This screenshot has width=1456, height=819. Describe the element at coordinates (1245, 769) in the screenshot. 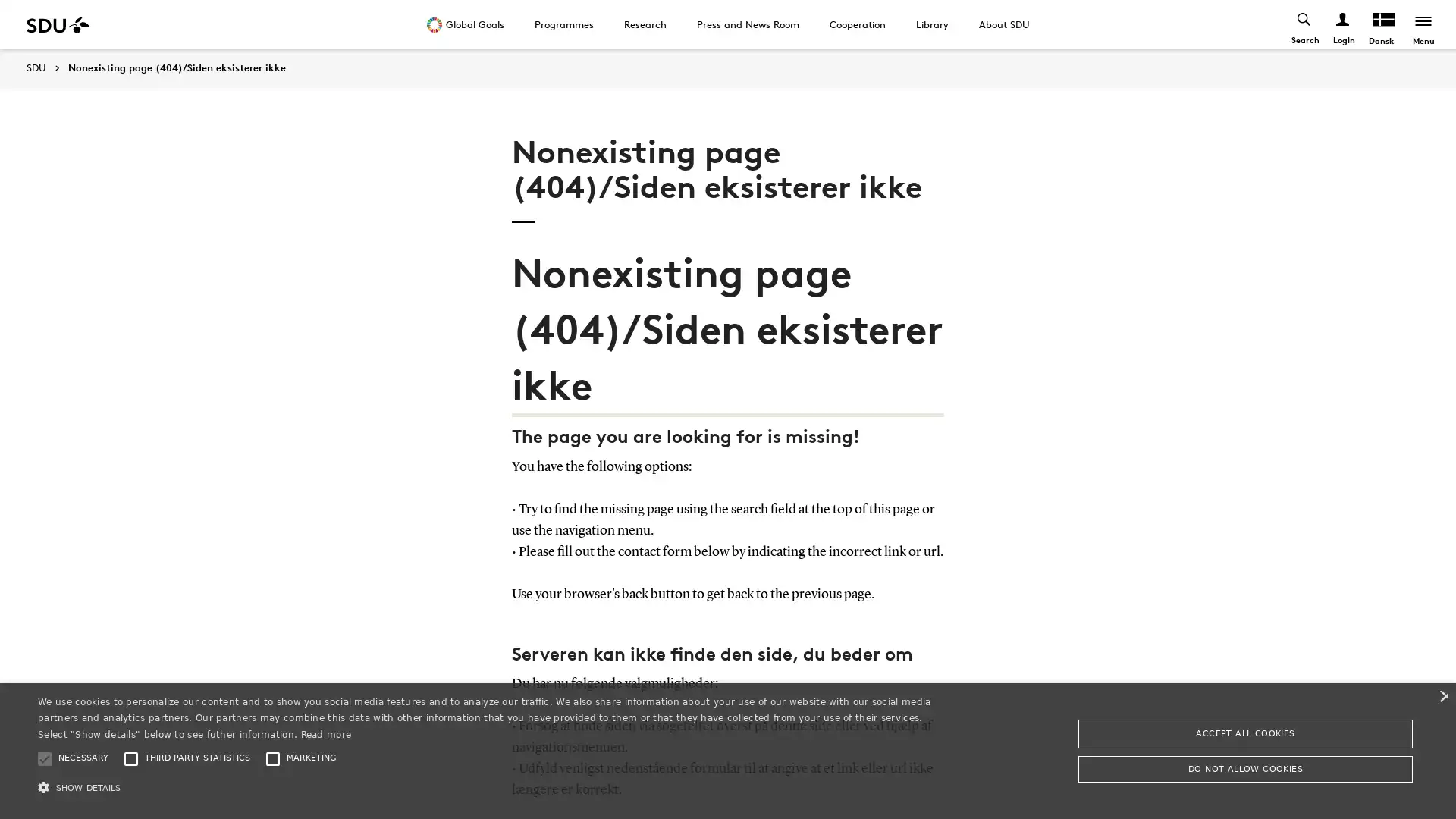

I see `DO NOT ALLOW COOKIES` at that location.